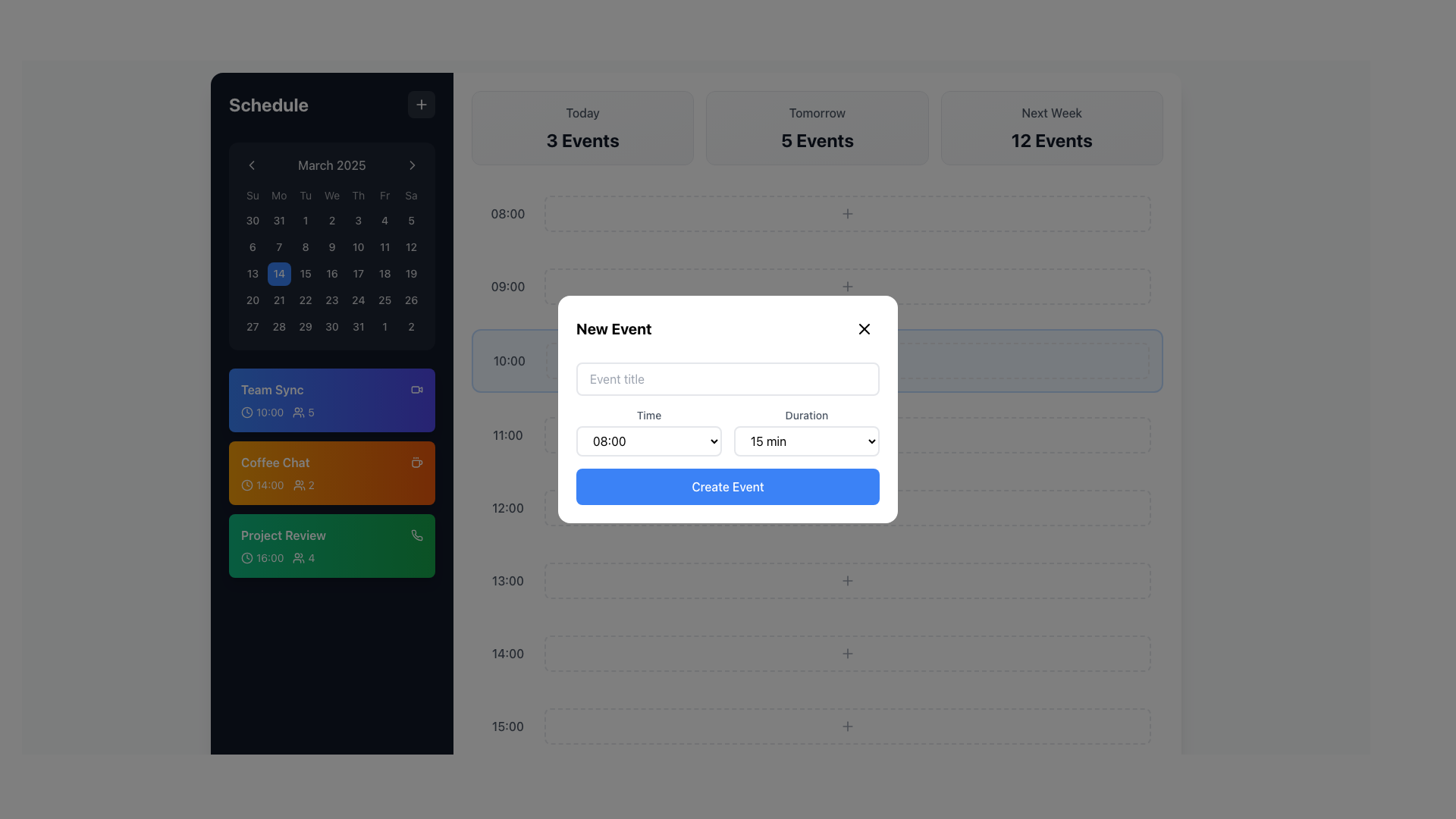 The height and width of the screenshot is (819, 1456). What do you see at coordinates (305, 220) in the screenshot?
I see `the Calendar Date Button displaying the number '1'` at bounding box center [305, 220].